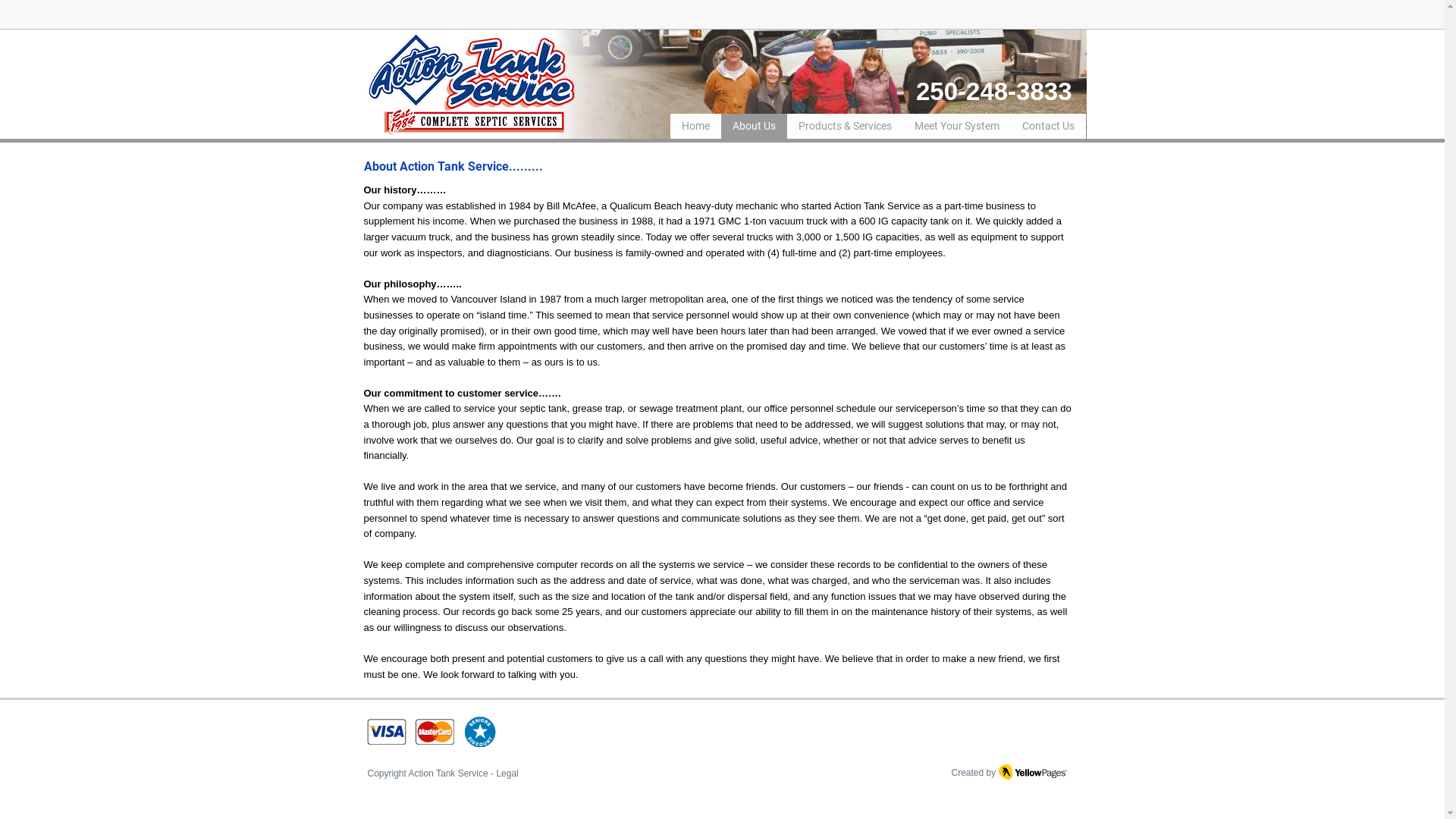  What do you see at coordinates (695, 125) in the screenshot?
I see `'Home'` at bounding box center [695, 125].